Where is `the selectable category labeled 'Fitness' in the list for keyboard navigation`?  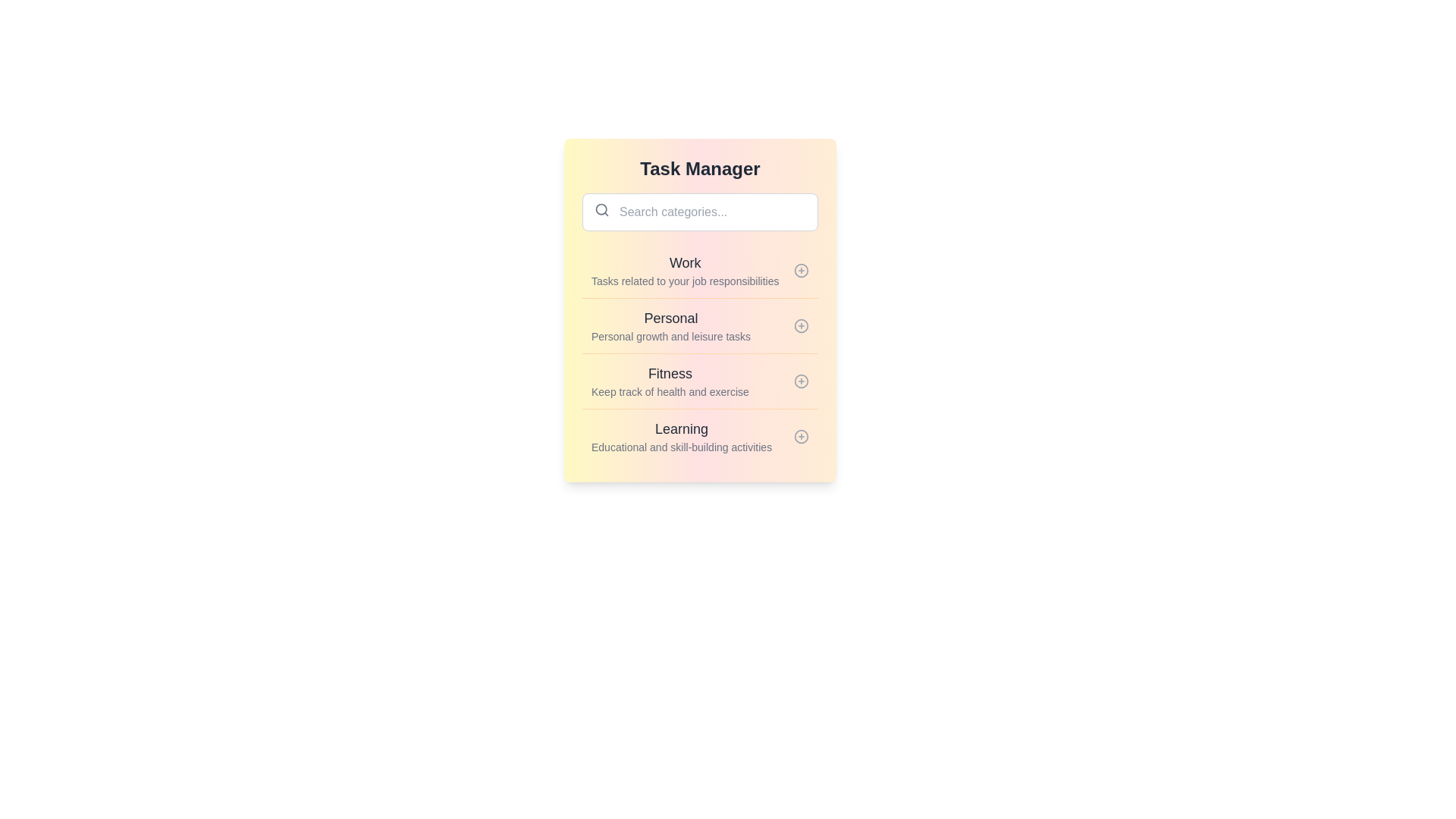
the selectable category labeled 'Fitness' in the list for keyboard navigation is located at coordinates (699, 380).